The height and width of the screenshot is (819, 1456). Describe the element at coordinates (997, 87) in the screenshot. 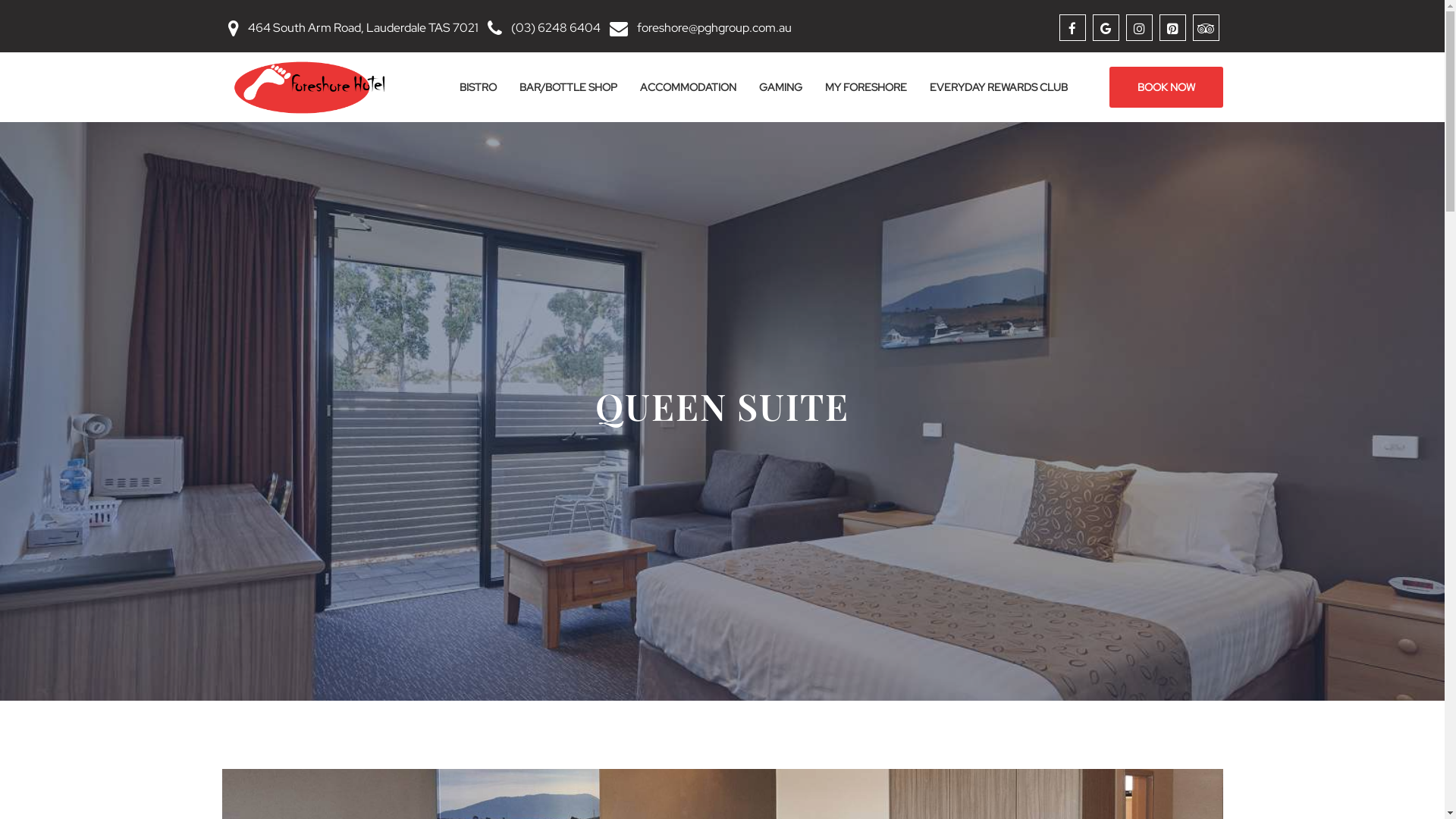

I see `'EVERYDAY REWARDS CLUB` at that location.